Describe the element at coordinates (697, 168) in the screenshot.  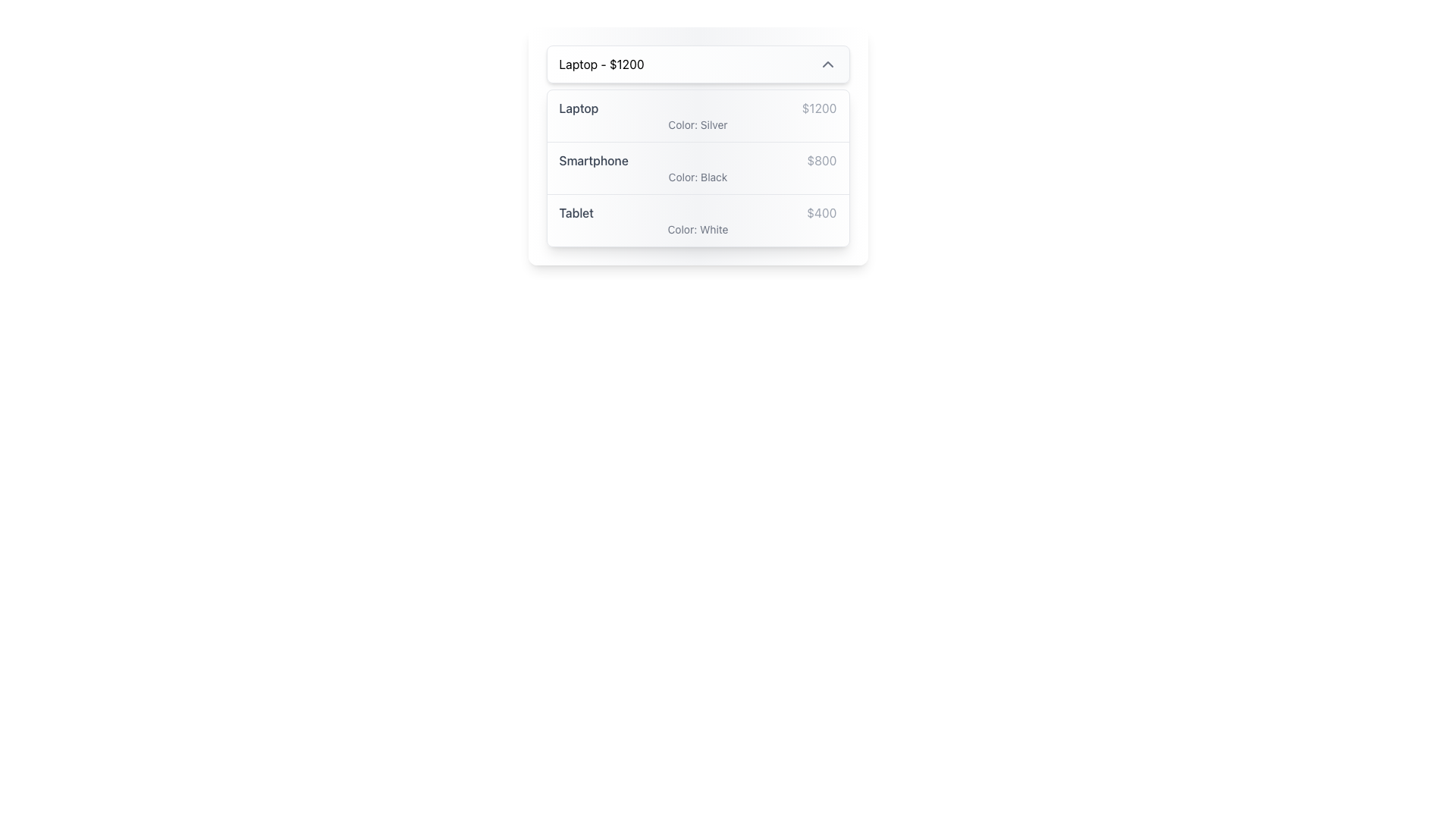
I see `the information display block for the 'Smartphone', which includes the name, price, and color description, located below the 'Laptop' listing` at that location.